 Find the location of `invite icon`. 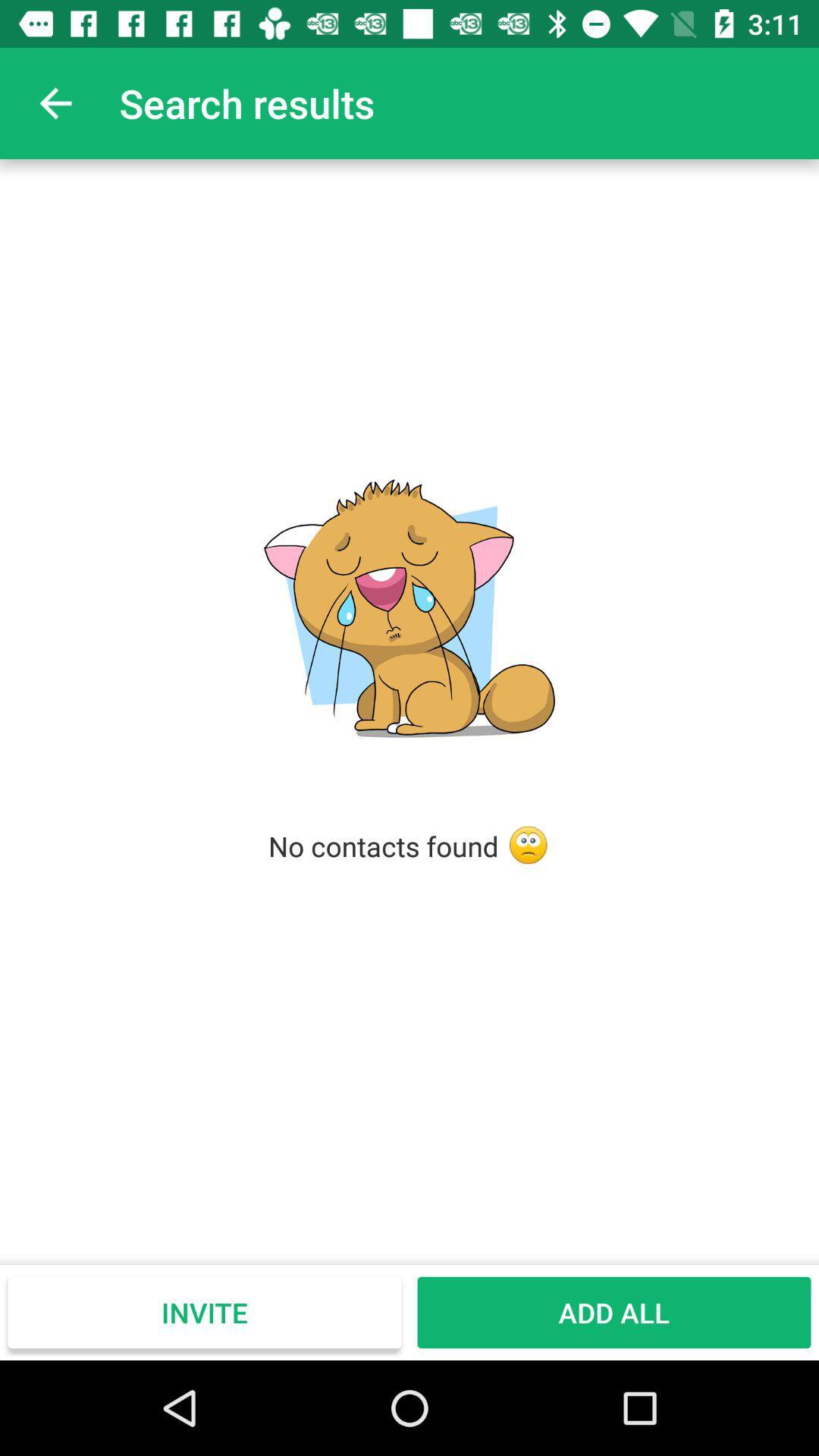

invite icon is located at coordinates (205, 1312).